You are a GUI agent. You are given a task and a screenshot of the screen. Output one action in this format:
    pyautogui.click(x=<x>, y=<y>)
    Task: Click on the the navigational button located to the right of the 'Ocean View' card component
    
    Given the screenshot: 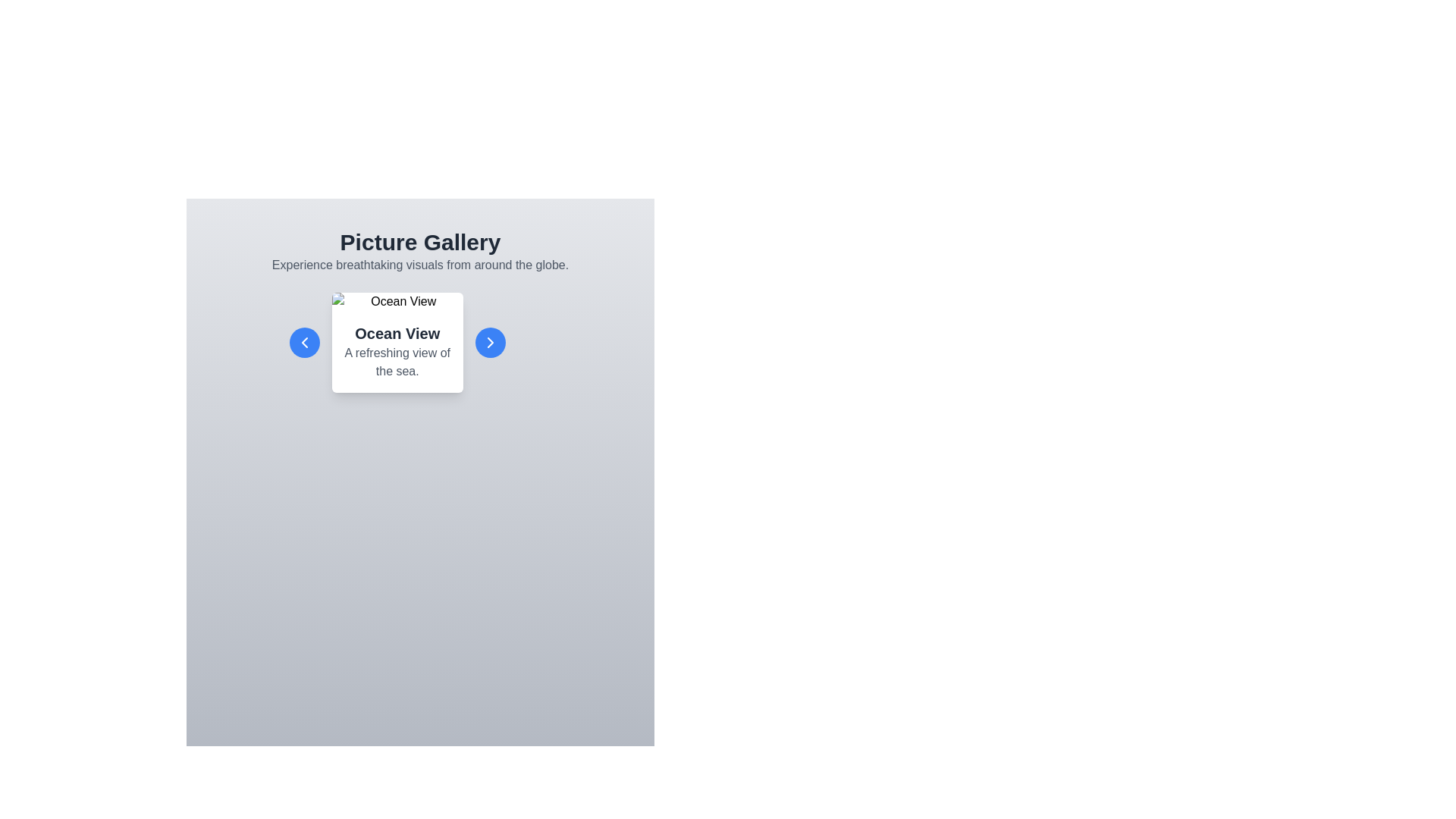 What is the action you would take?
    pyautogui.click(x=490, y=342)
    